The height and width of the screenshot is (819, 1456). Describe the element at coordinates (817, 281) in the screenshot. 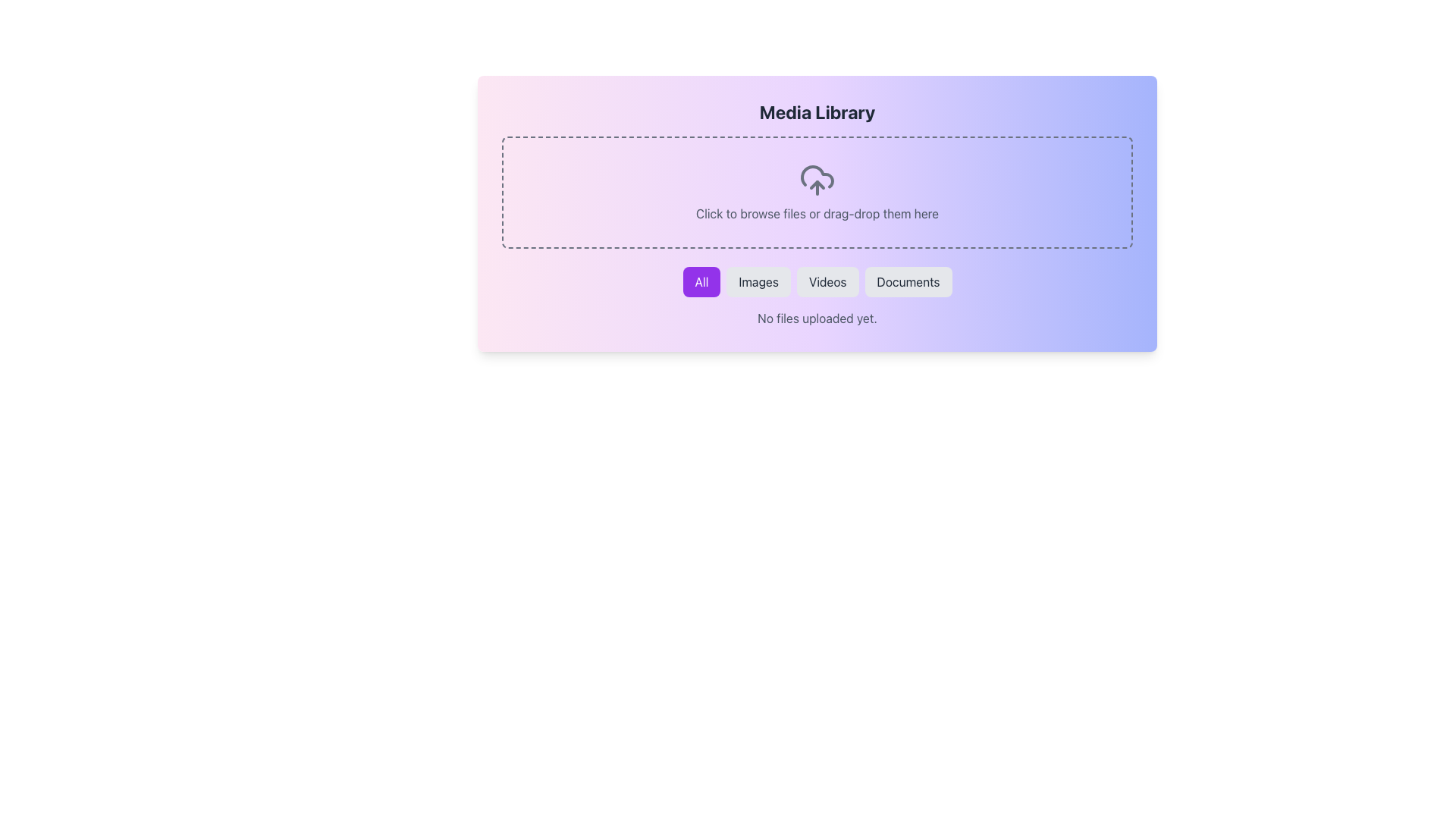

I see `the 'Videos' button on the Navigation bar` at that location.